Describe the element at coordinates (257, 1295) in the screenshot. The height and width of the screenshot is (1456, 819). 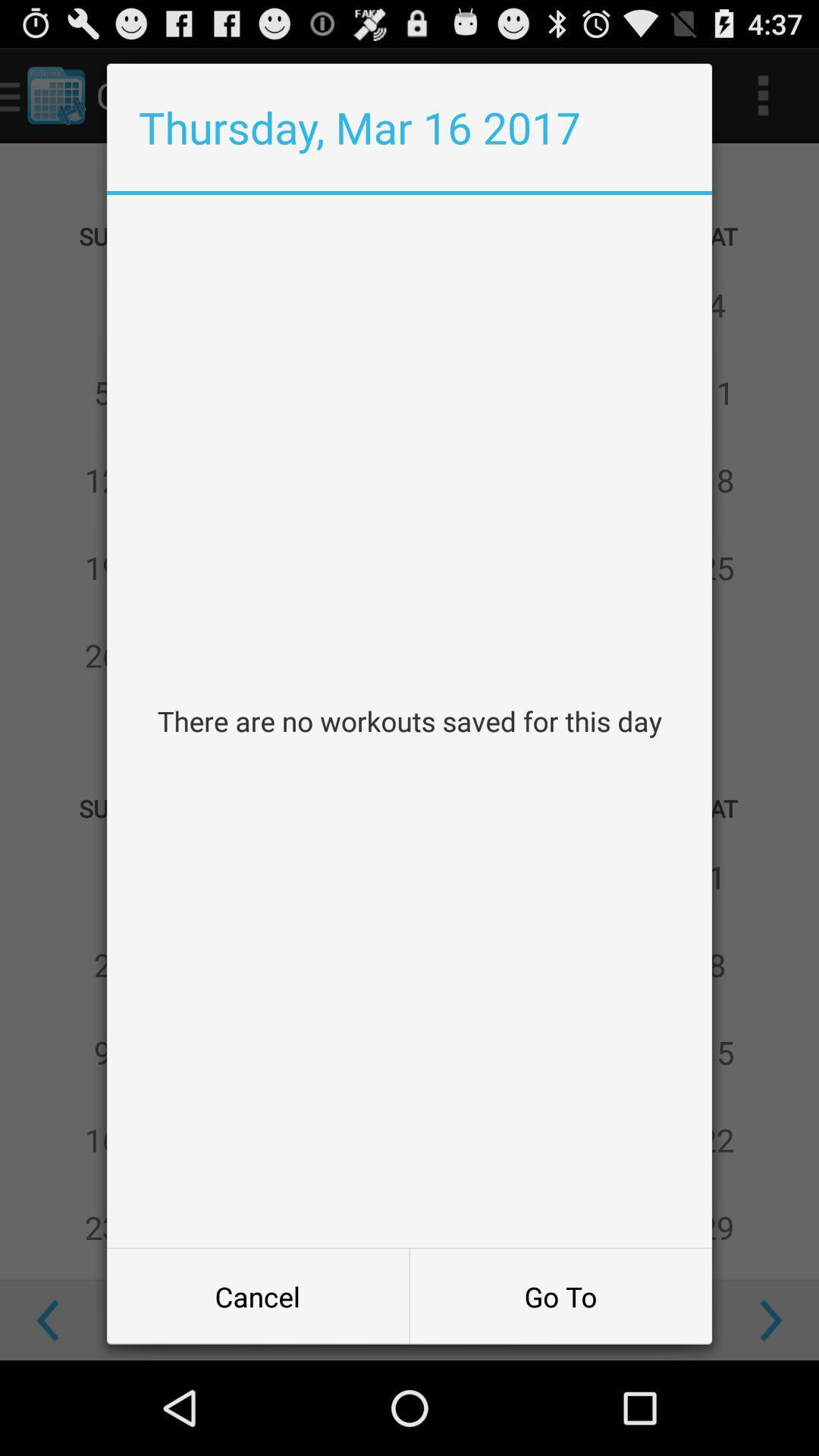
I see `the cancel item` at that location.